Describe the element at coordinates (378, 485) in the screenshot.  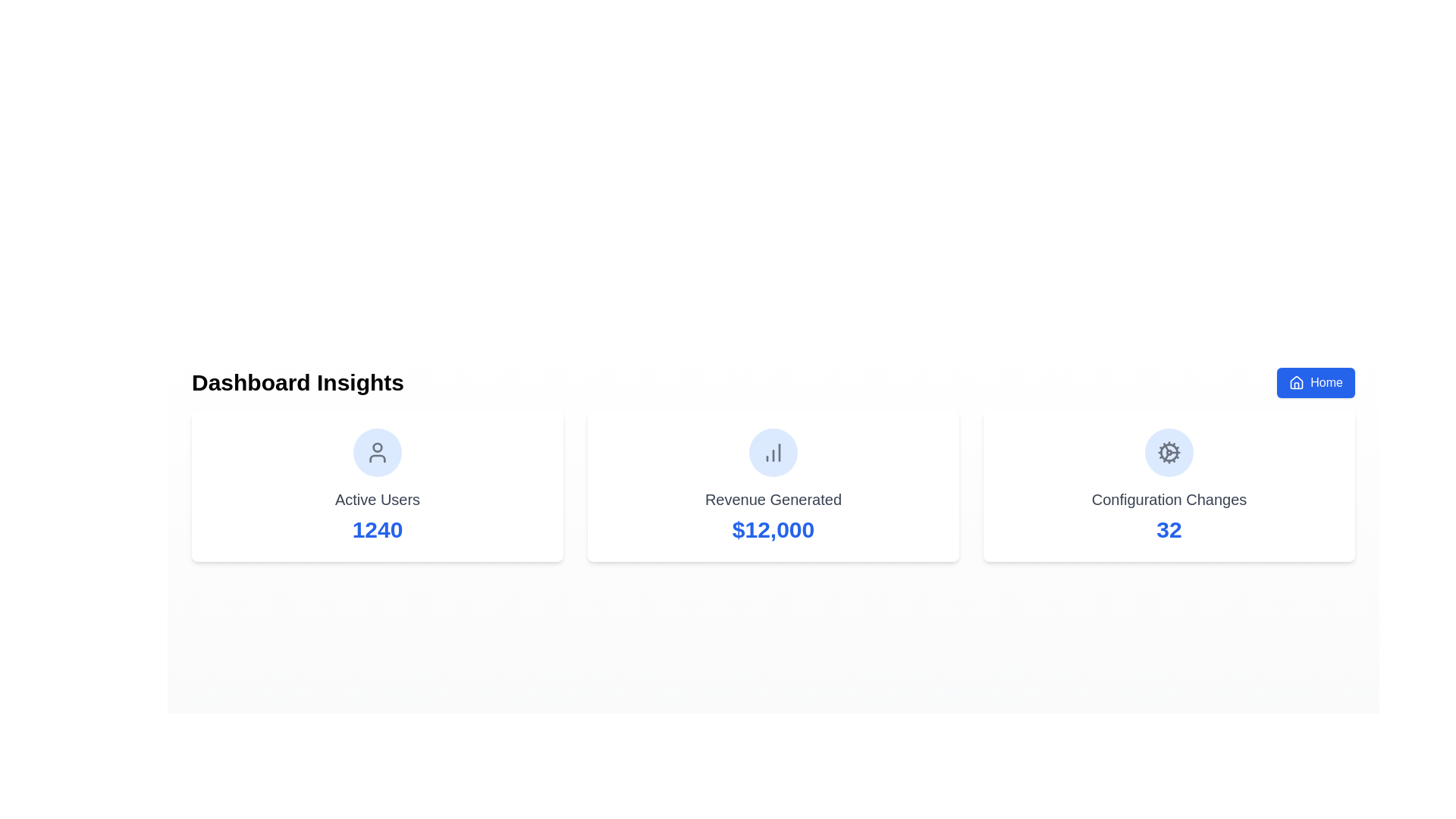
I see `the card component displaying the count of active users ('1240'), which is the left-most card in a horizontally aligned grid layout` at that location.